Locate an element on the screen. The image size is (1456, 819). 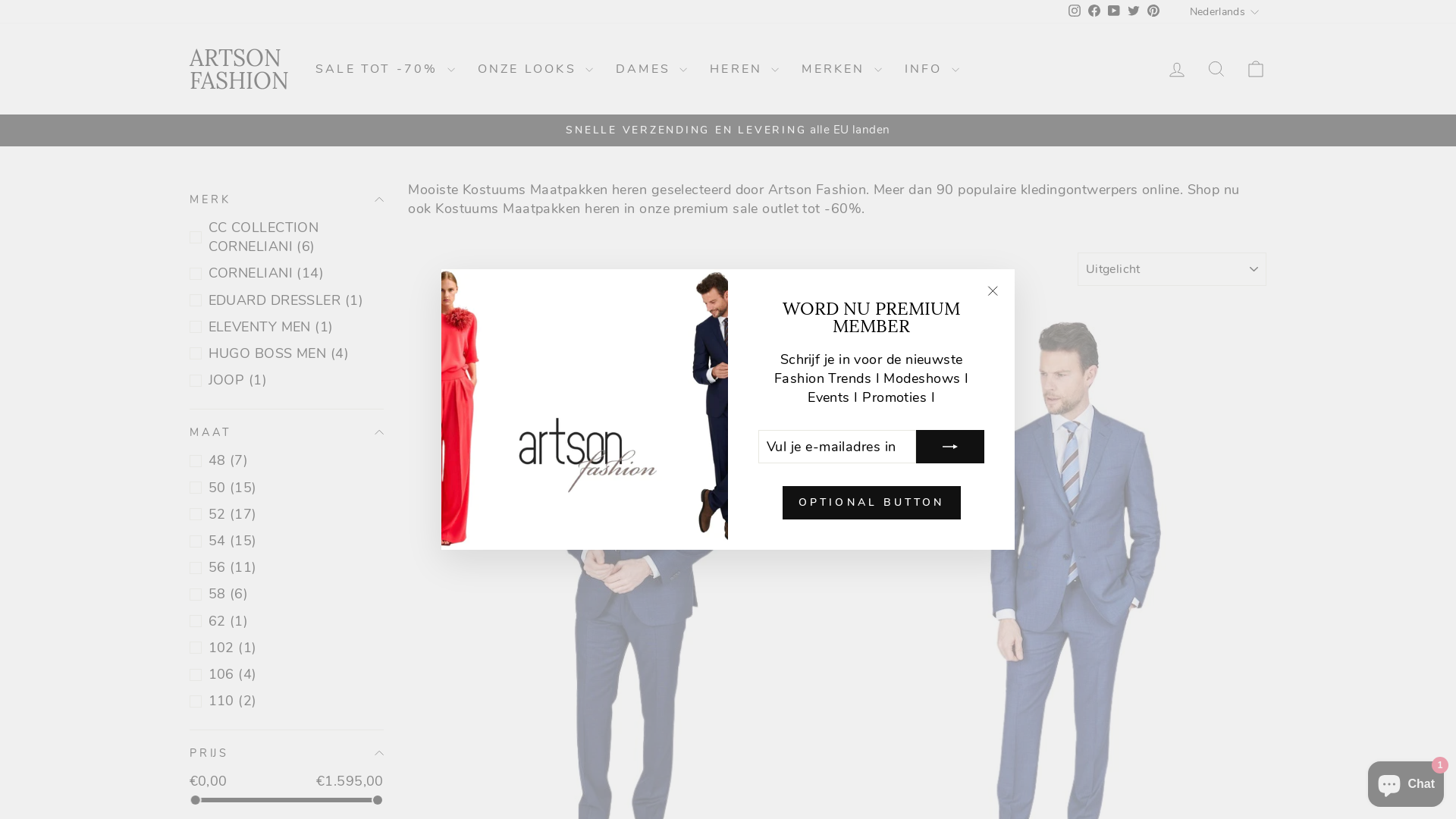
'instagram is located at coordinates (1073, 11).